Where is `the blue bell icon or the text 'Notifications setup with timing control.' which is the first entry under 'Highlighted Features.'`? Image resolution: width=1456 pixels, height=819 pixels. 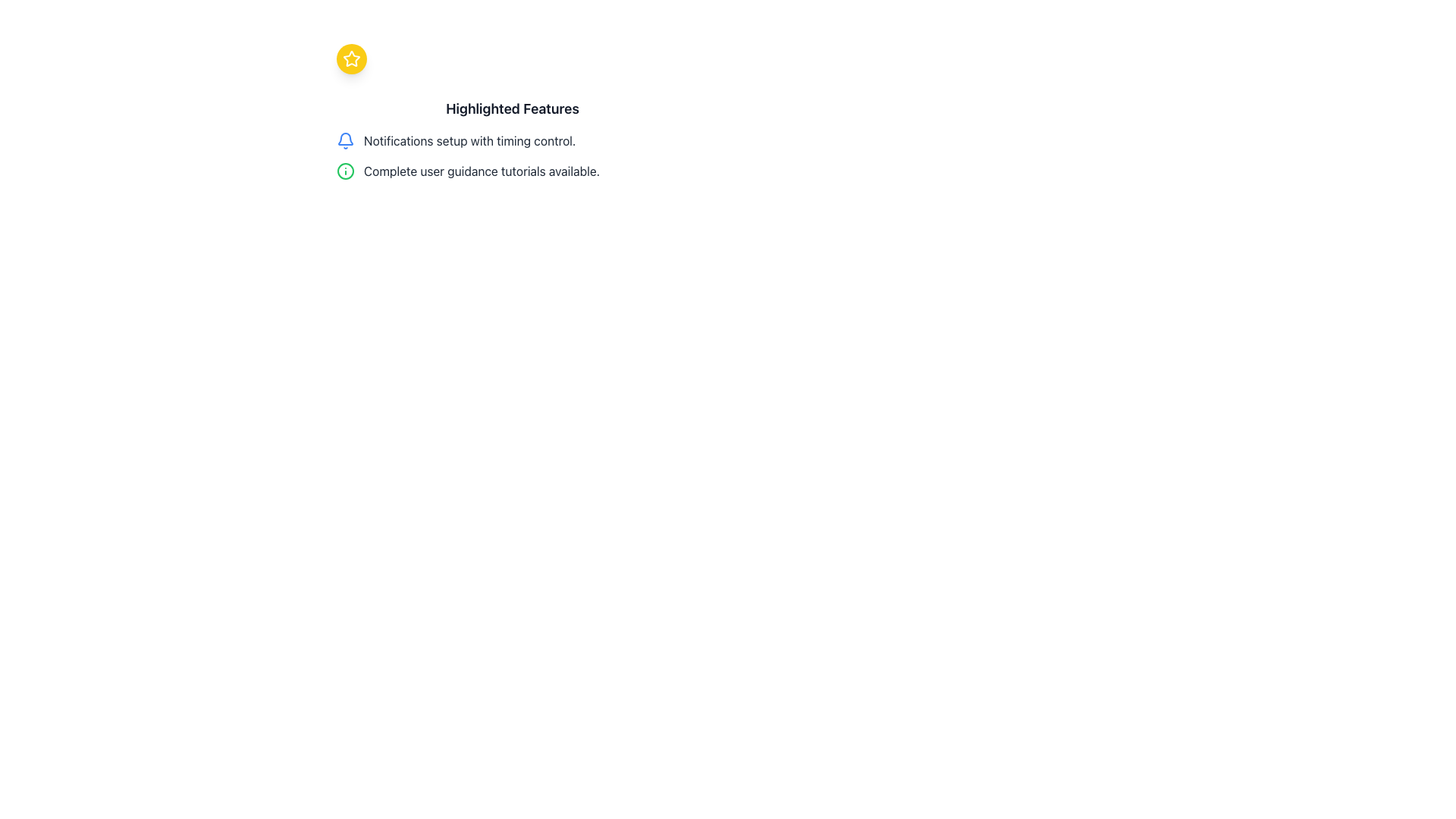 the blue bell icon or the text 'Notifications setup with timing control.' which is the first entry under 'Highlighted Features.' is located at coordinates (513, 140).